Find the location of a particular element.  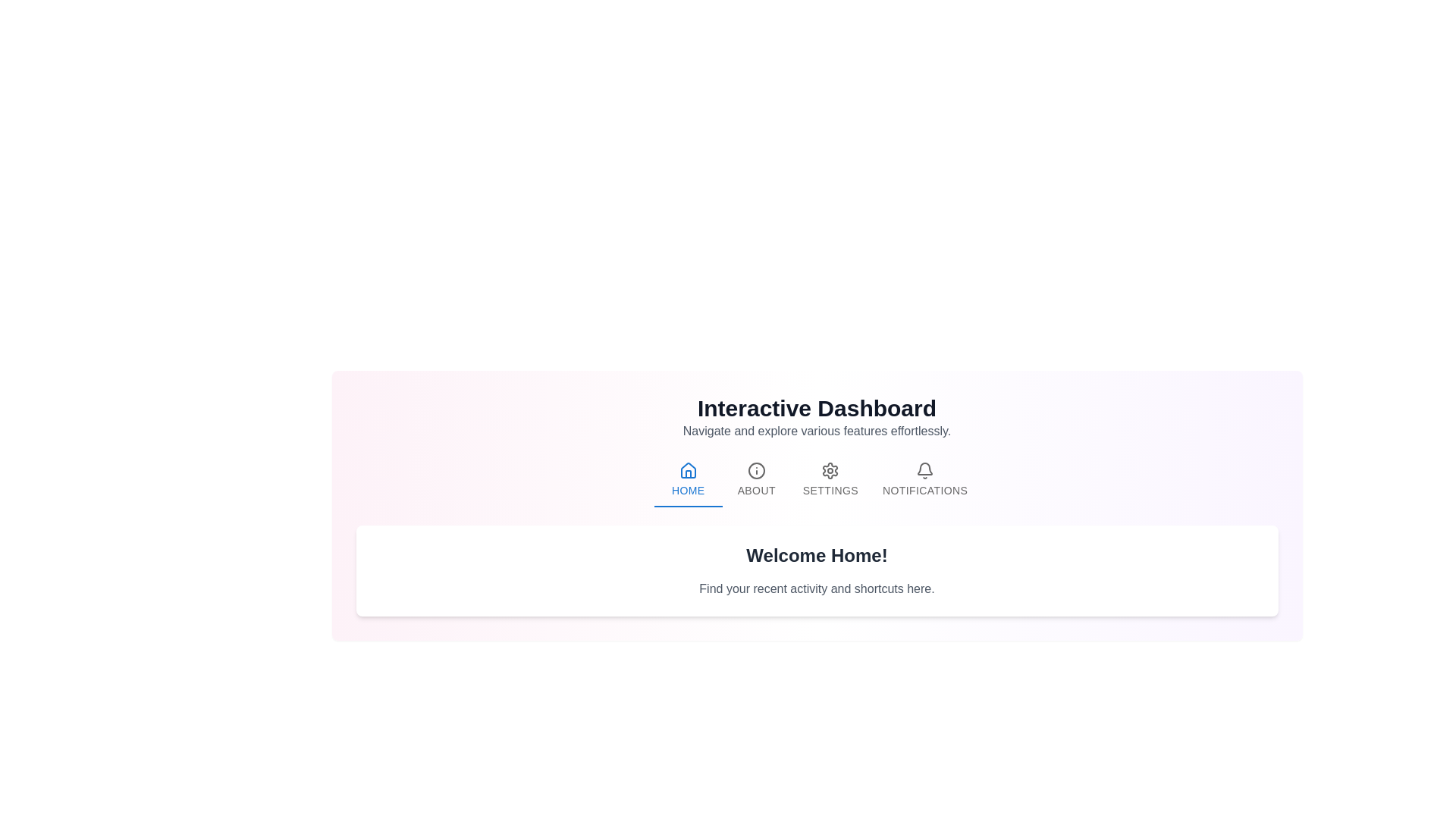

the settings tab in the navigation bar is located at coordinates (830, 479).